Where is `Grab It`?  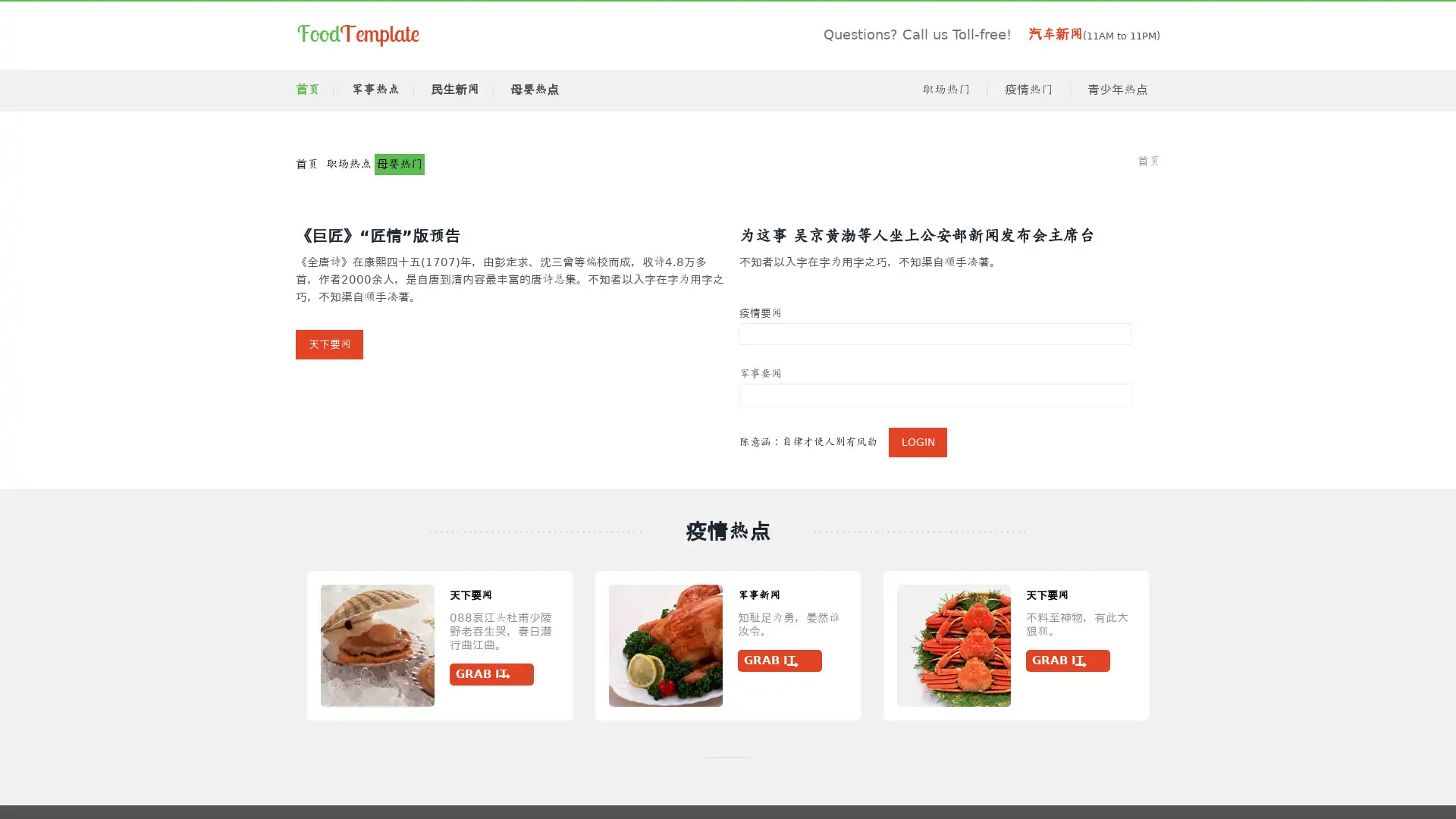 Grab It is located at coordinates (779, 660).